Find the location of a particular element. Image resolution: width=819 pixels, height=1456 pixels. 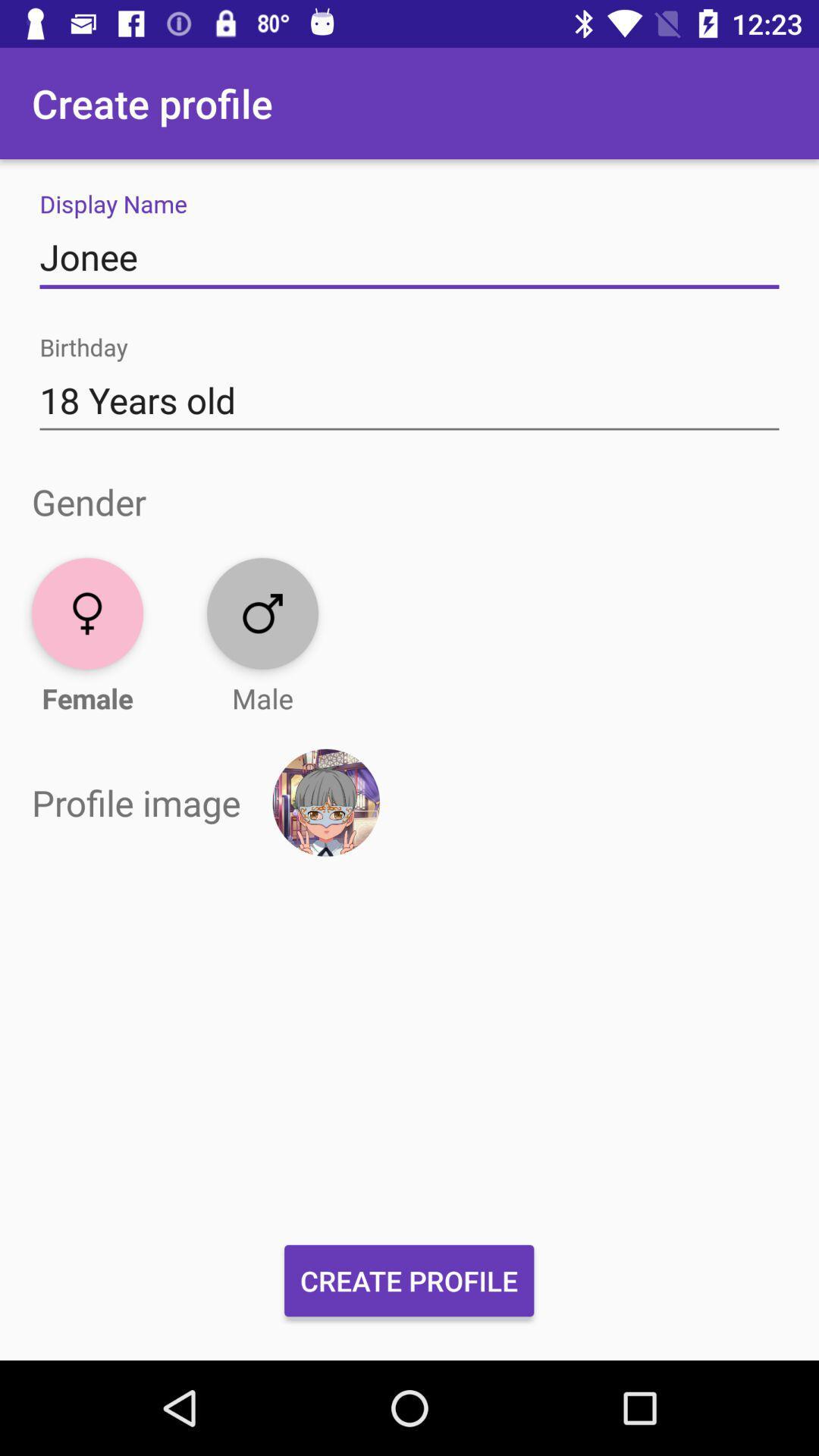

the location icon is located at coordinates (87, 613).